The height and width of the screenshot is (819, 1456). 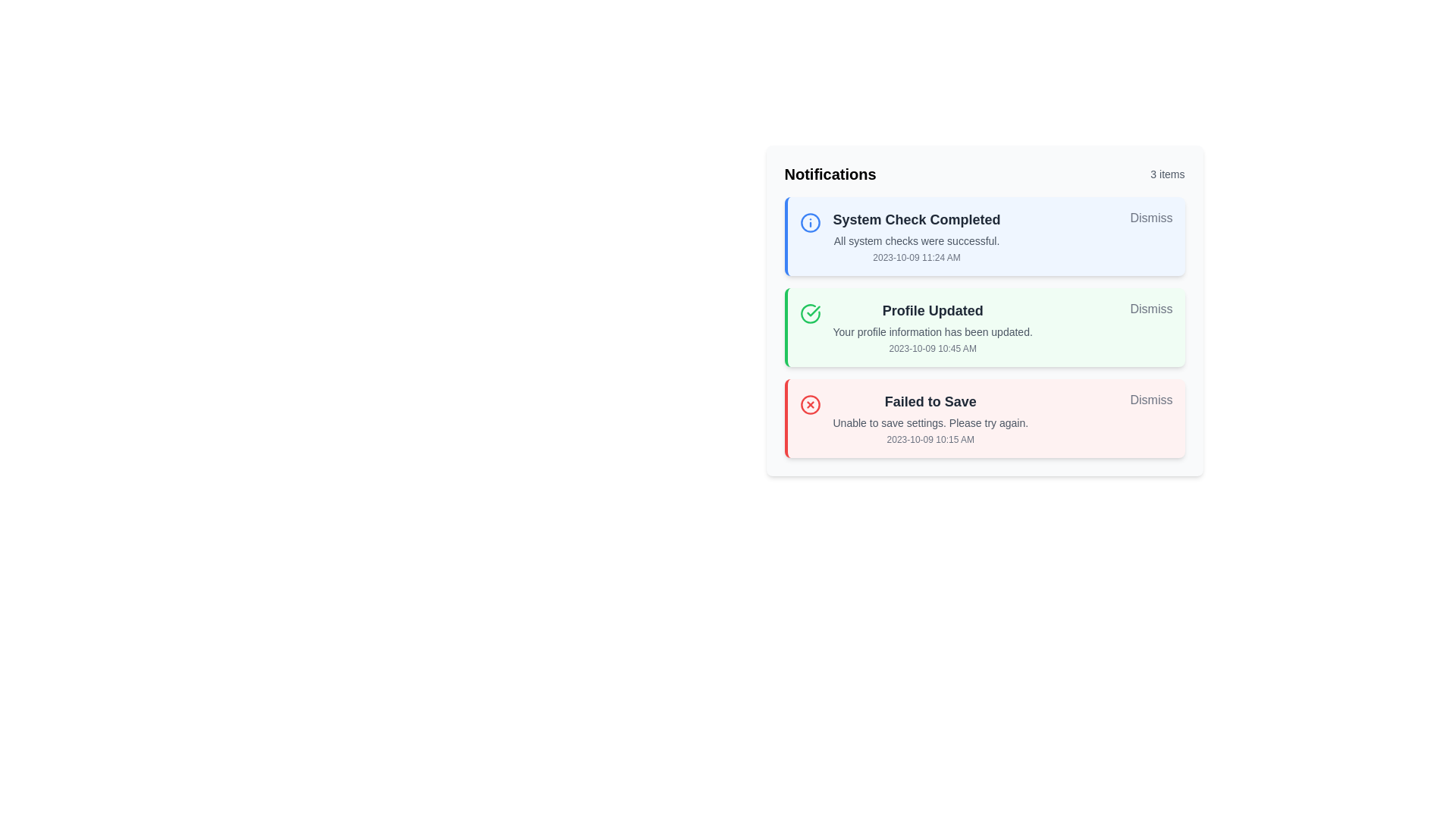 I want to click on the 'Dismiss' button located in the top-right corner of the red-bordered alert box at the bottom of the notifications list to change its text color, so click(x=1151, y=400).